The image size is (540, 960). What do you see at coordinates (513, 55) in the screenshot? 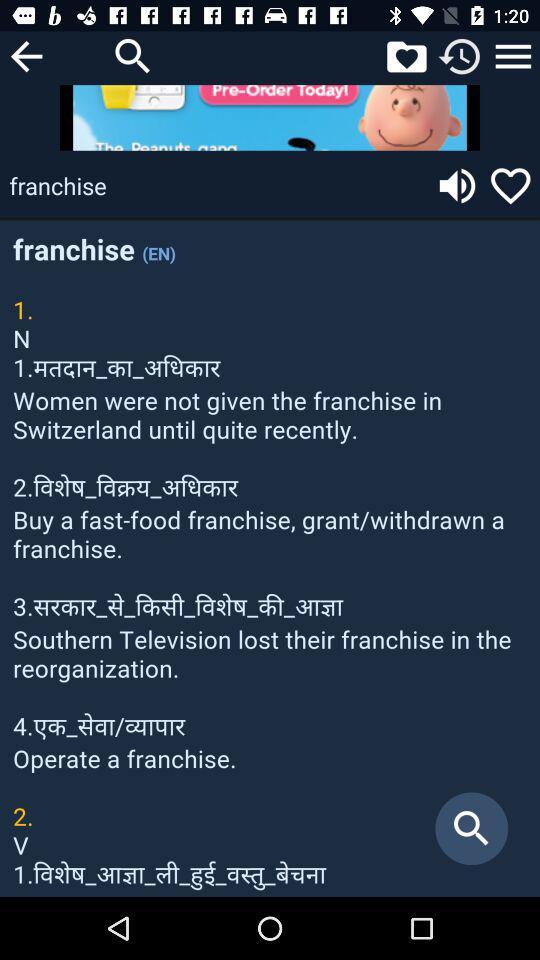
I see `icon` at bounding box center [513, 55].